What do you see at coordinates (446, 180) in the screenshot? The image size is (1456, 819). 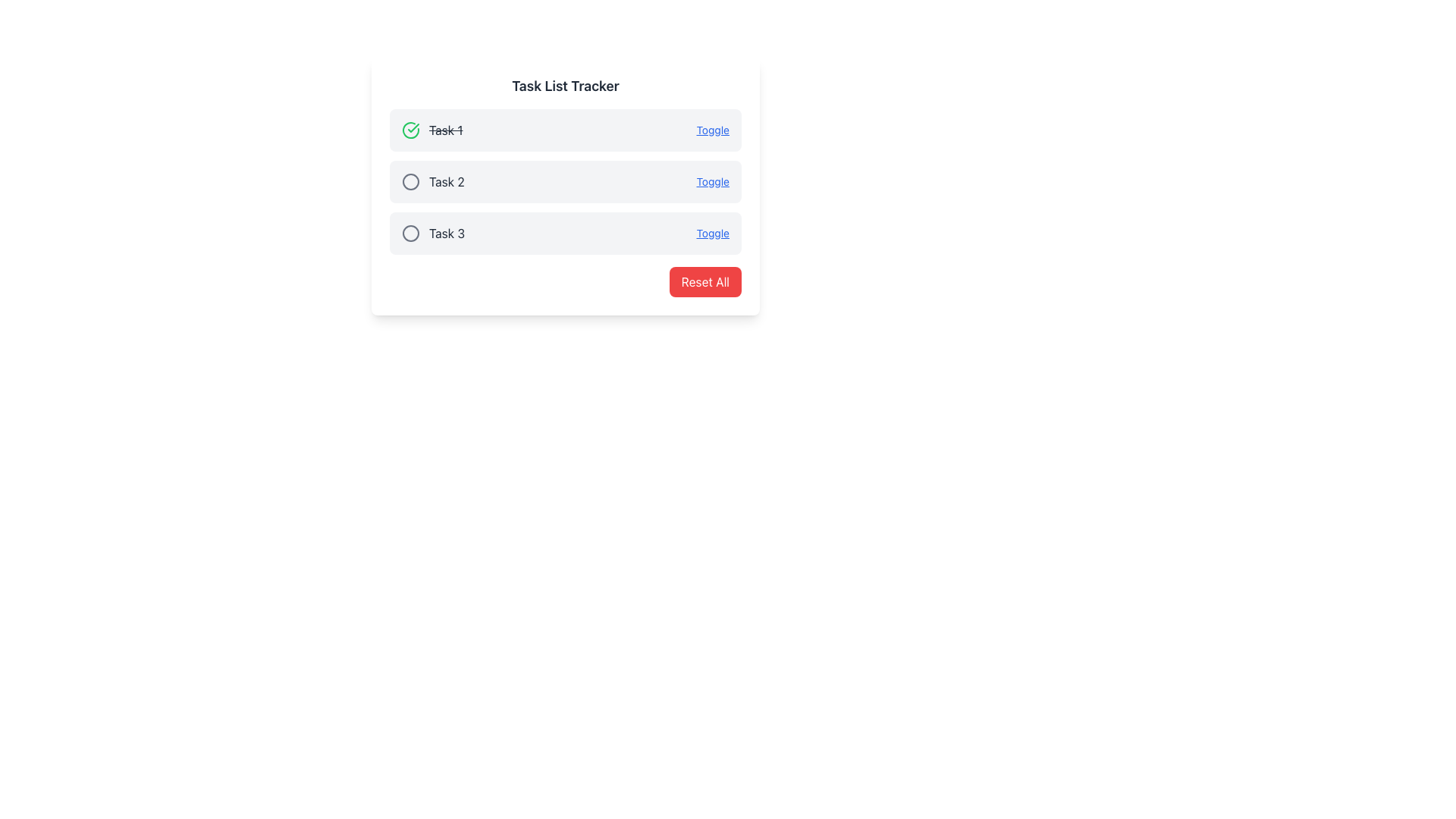 I see `the text label displaying the title of the task located in the second row of the task list, centered horizontally between the circular icon and the 'Toggle' button` at bounding box center [446, 180].